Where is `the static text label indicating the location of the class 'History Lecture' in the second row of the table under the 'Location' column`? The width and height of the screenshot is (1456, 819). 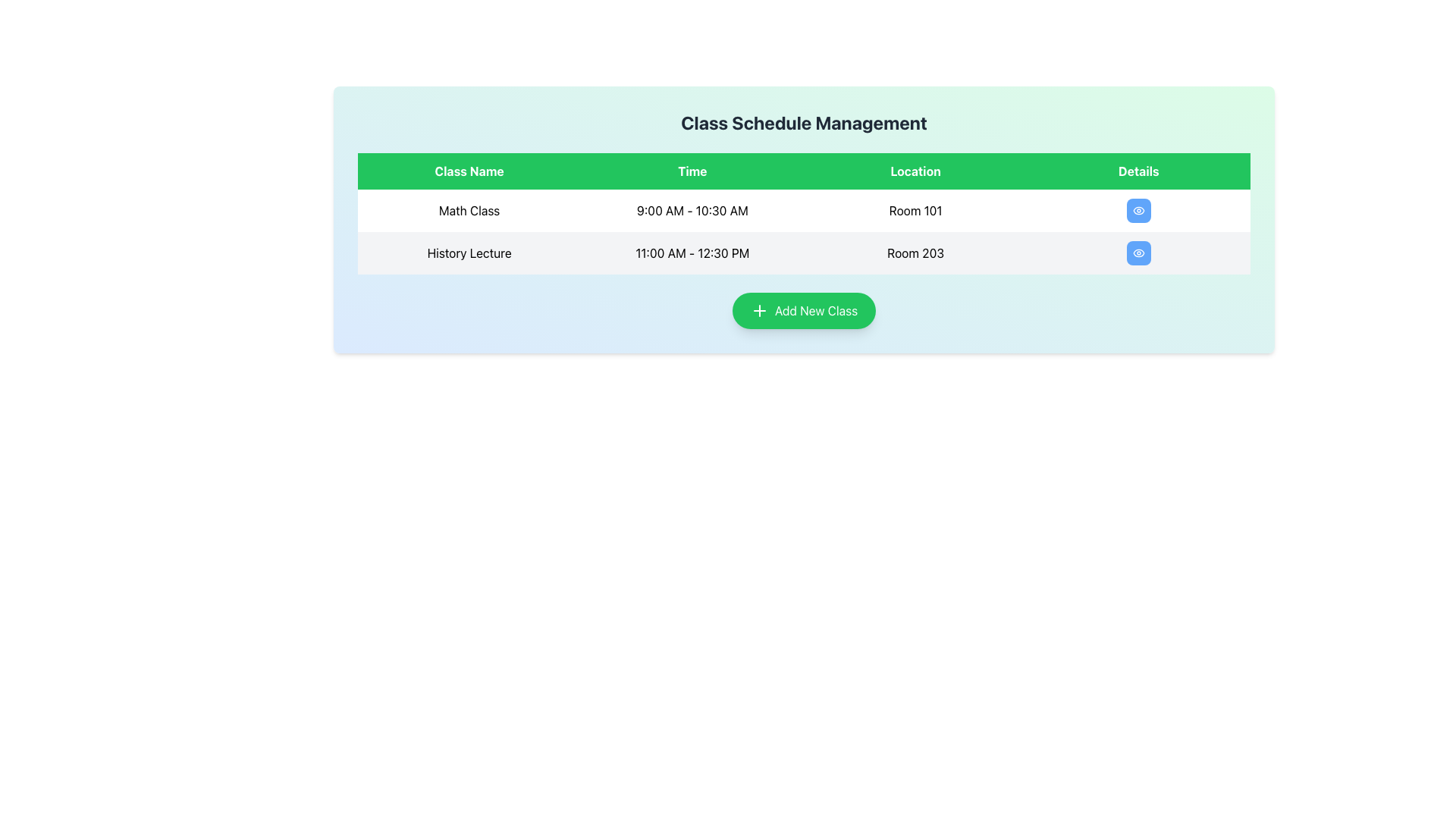 the static text label indicating the location of the class 'History Lecture' in the second row of the table under the 'Location' column is located at coordinates (915, 253).